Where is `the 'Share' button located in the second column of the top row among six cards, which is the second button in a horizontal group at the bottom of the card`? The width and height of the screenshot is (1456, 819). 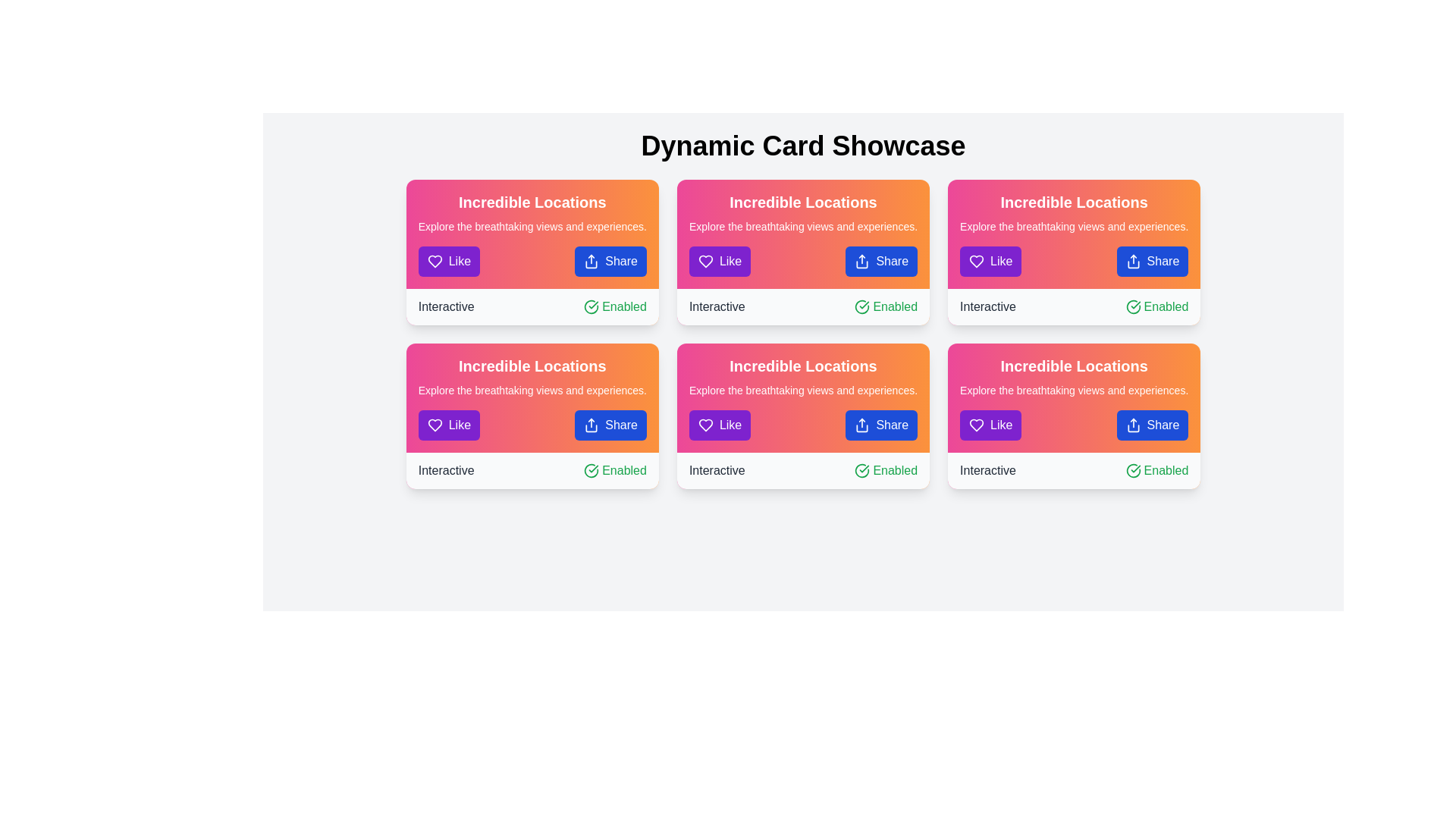
the 'Share' button located in the second column of the top row among six cards, which is the second button in a horizontal group at the bottom of the card is located at coordinates (881, 260).